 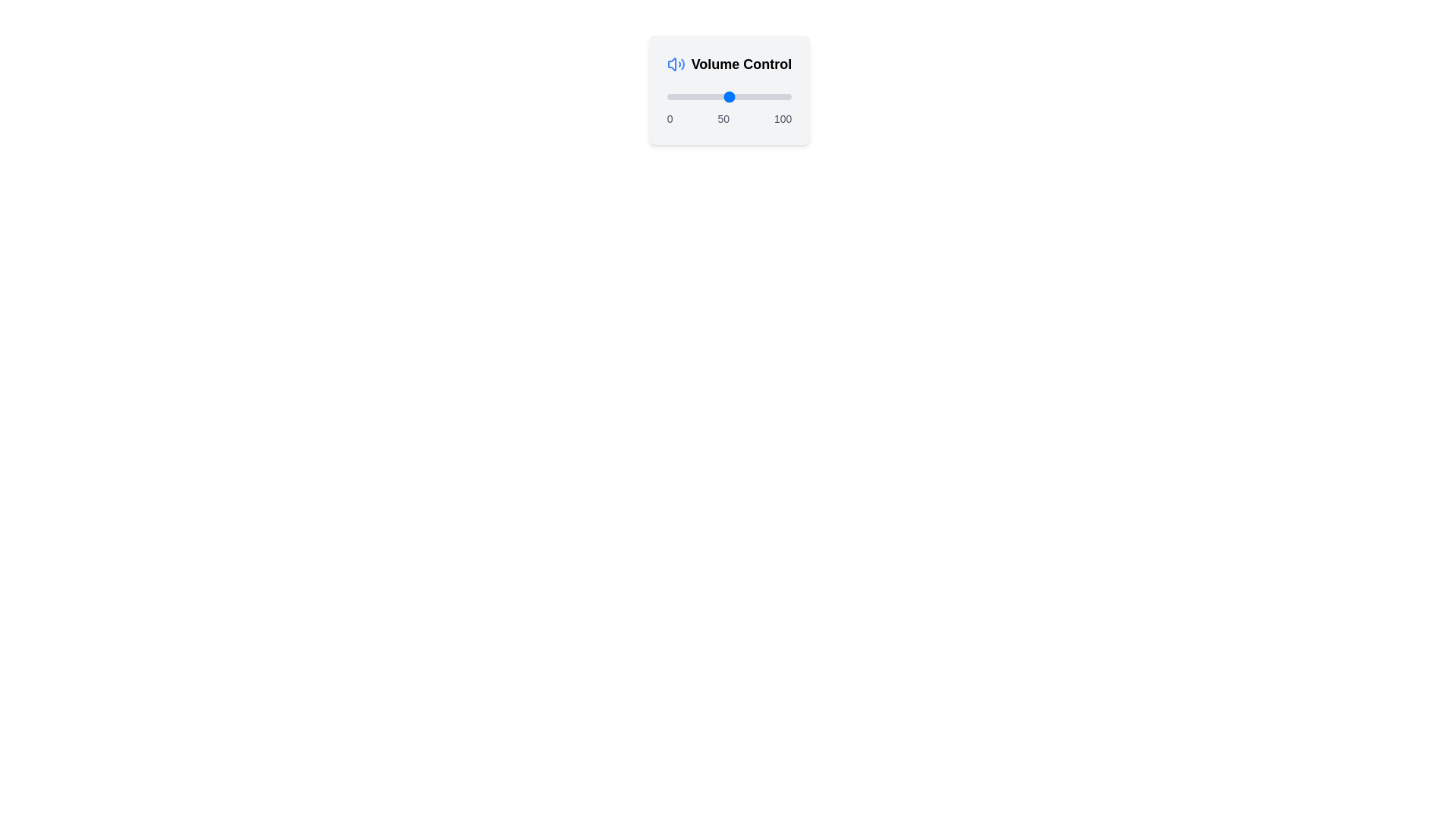 What do you see at coordinates (769, 96) in the screenshot?
I see `the volume` at bounding box center [769, 96].